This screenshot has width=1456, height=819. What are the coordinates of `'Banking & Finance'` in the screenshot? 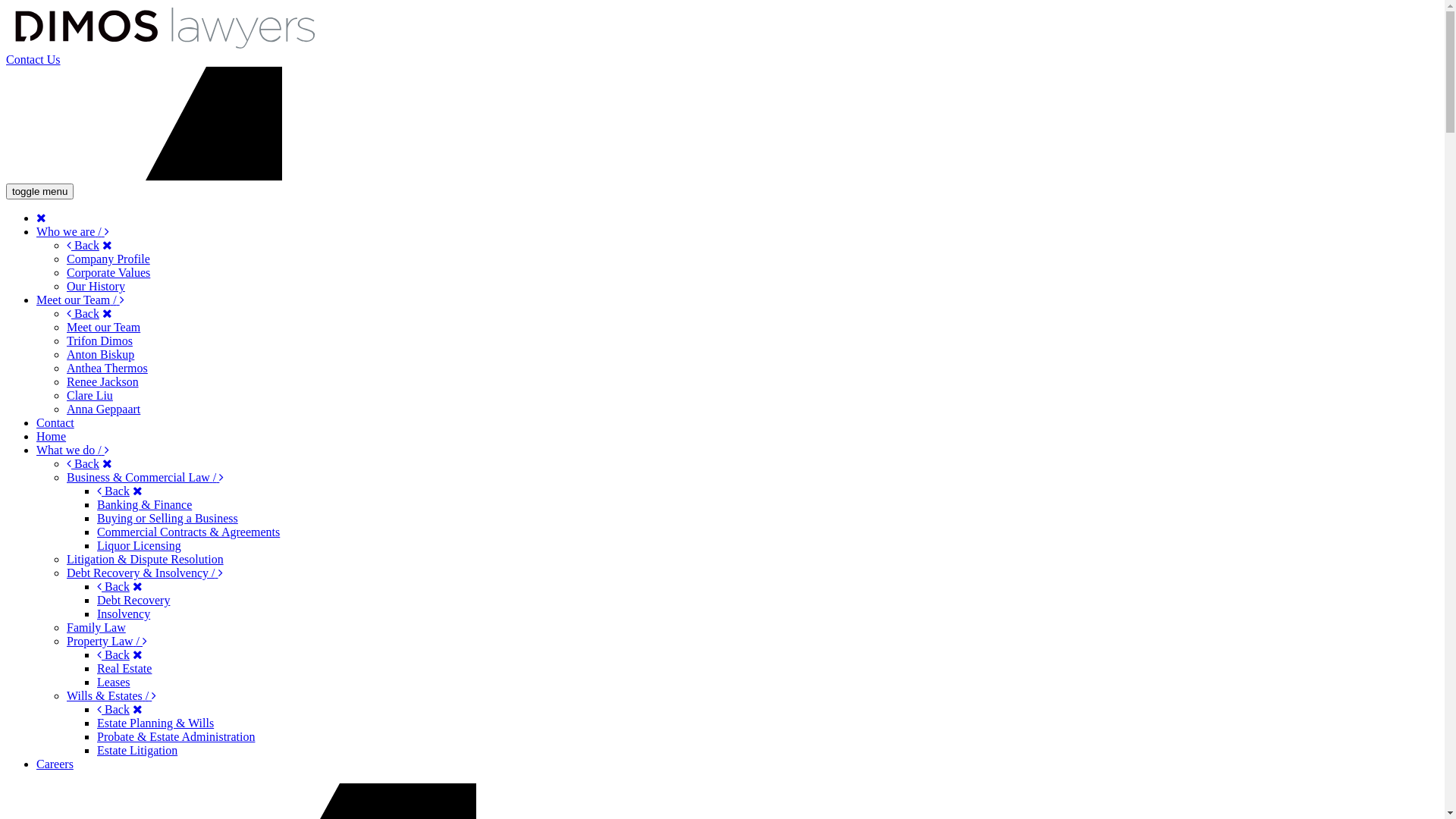 It's located at (144, 504).